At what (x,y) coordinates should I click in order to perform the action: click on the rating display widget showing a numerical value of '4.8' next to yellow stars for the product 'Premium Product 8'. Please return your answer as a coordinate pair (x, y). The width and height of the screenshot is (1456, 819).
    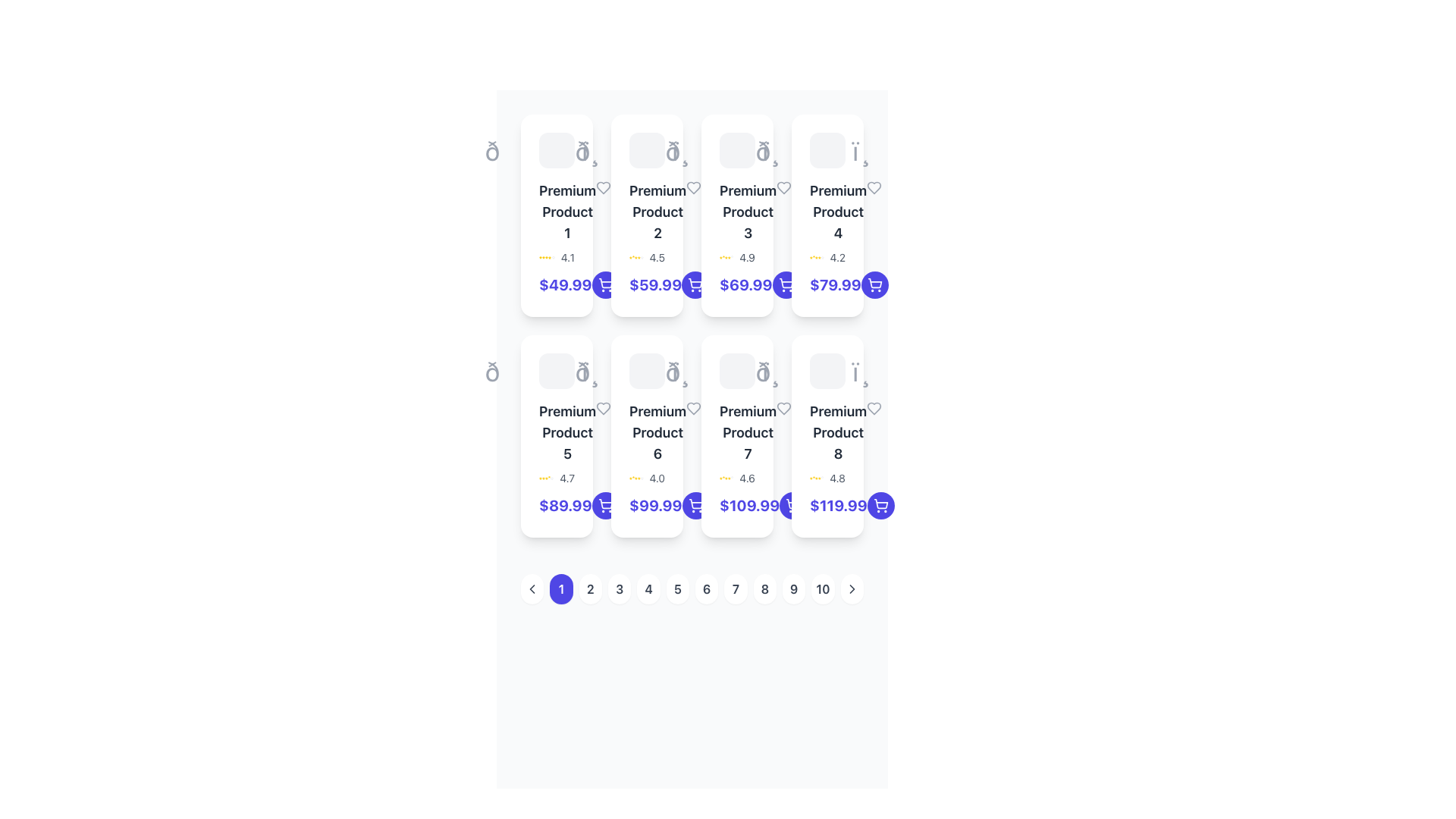
    Looking at the image, I should click on (827, 479).